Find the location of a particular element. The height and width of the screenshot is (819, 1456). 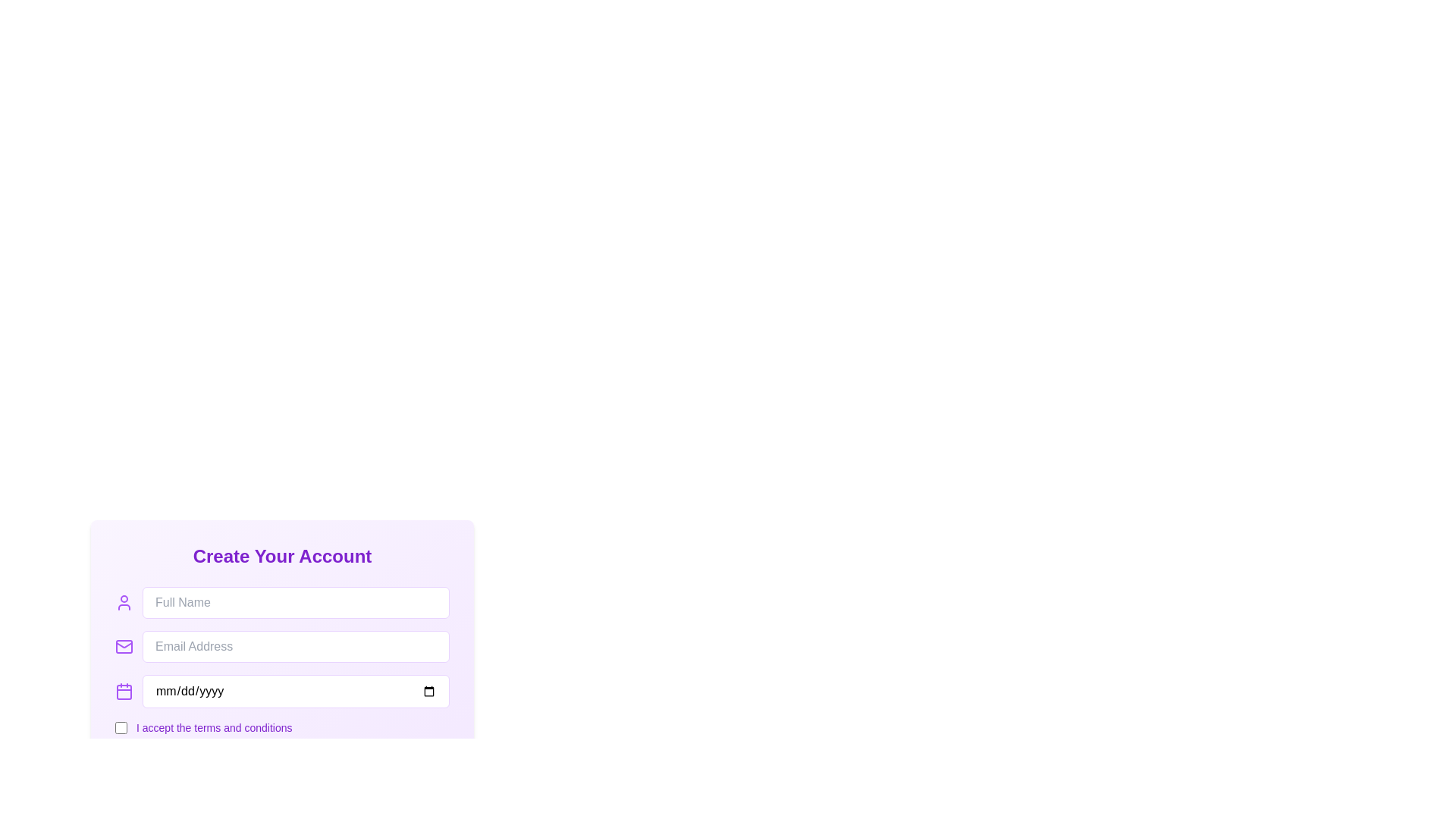

the informational label accompanying the checkbox for agreeing to terms and conditions located to the right of the checkbox in the registration form interface is located at coordinates (213, 727).